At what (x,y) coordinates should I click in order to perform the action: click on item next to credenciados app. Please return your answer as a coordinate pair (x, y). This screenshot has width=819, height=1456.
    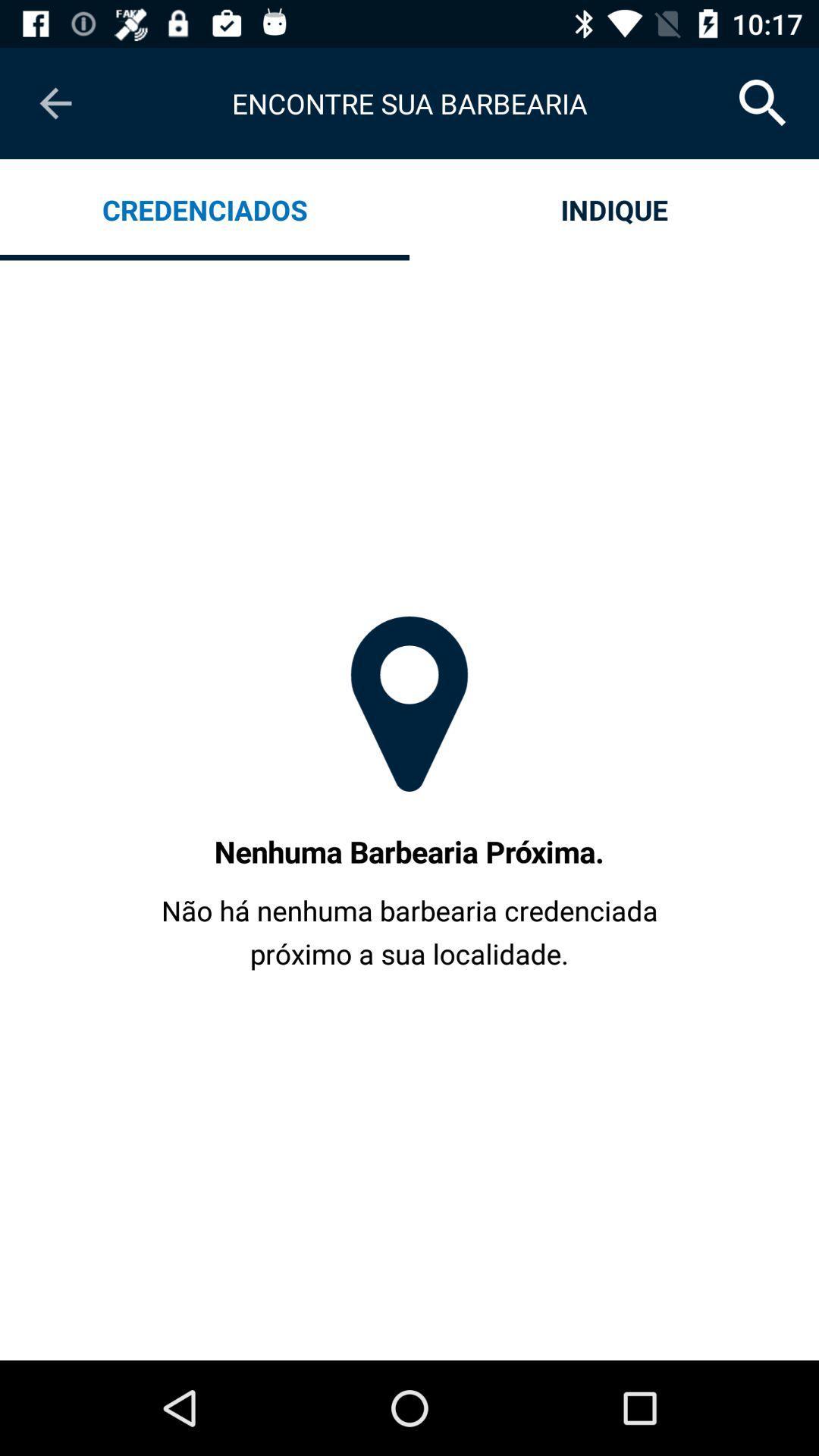
    Looking at the image, I should click on (614, 209).